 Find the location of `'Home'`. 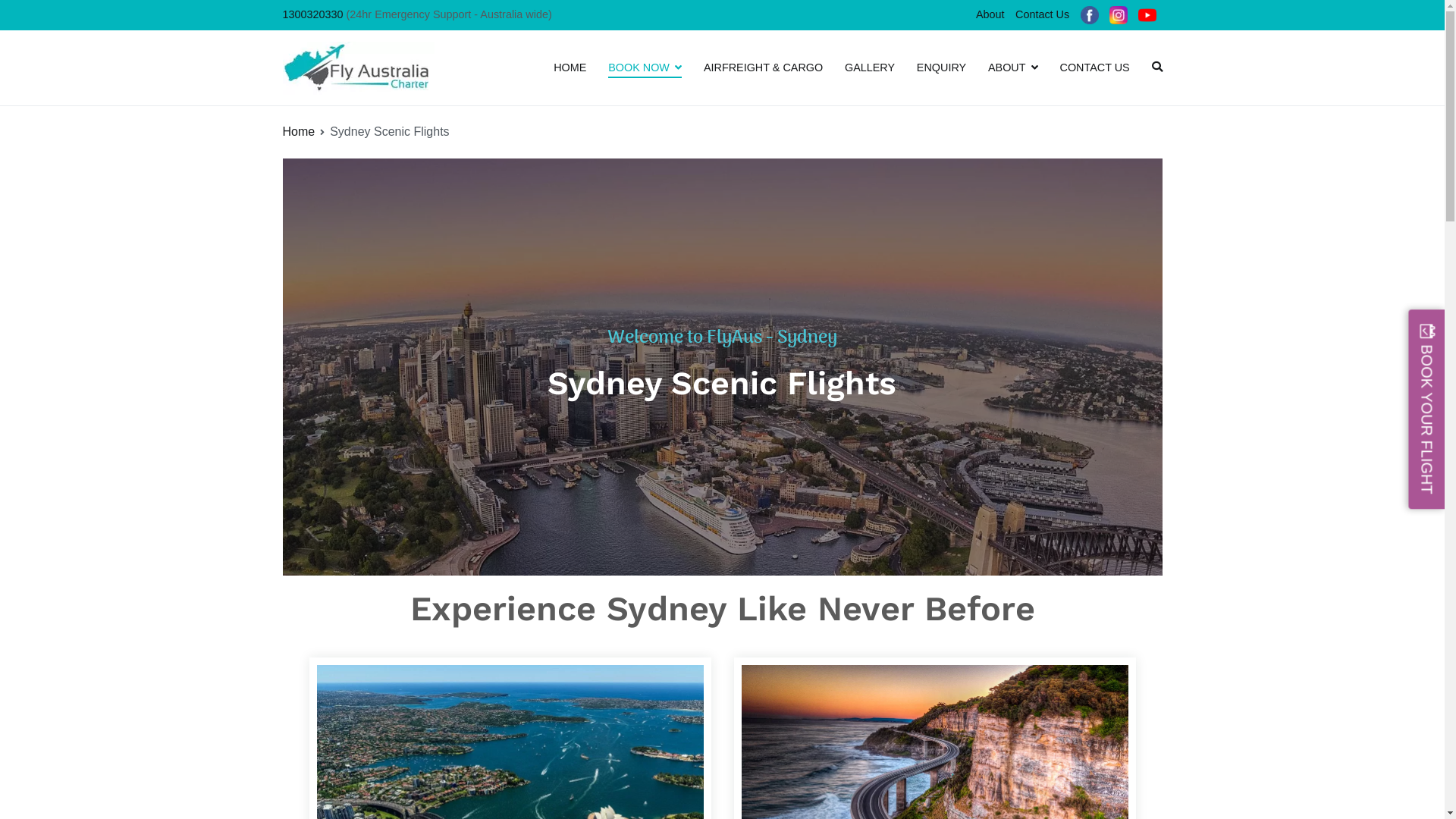

'Home' is located at coordinates (298, 130).